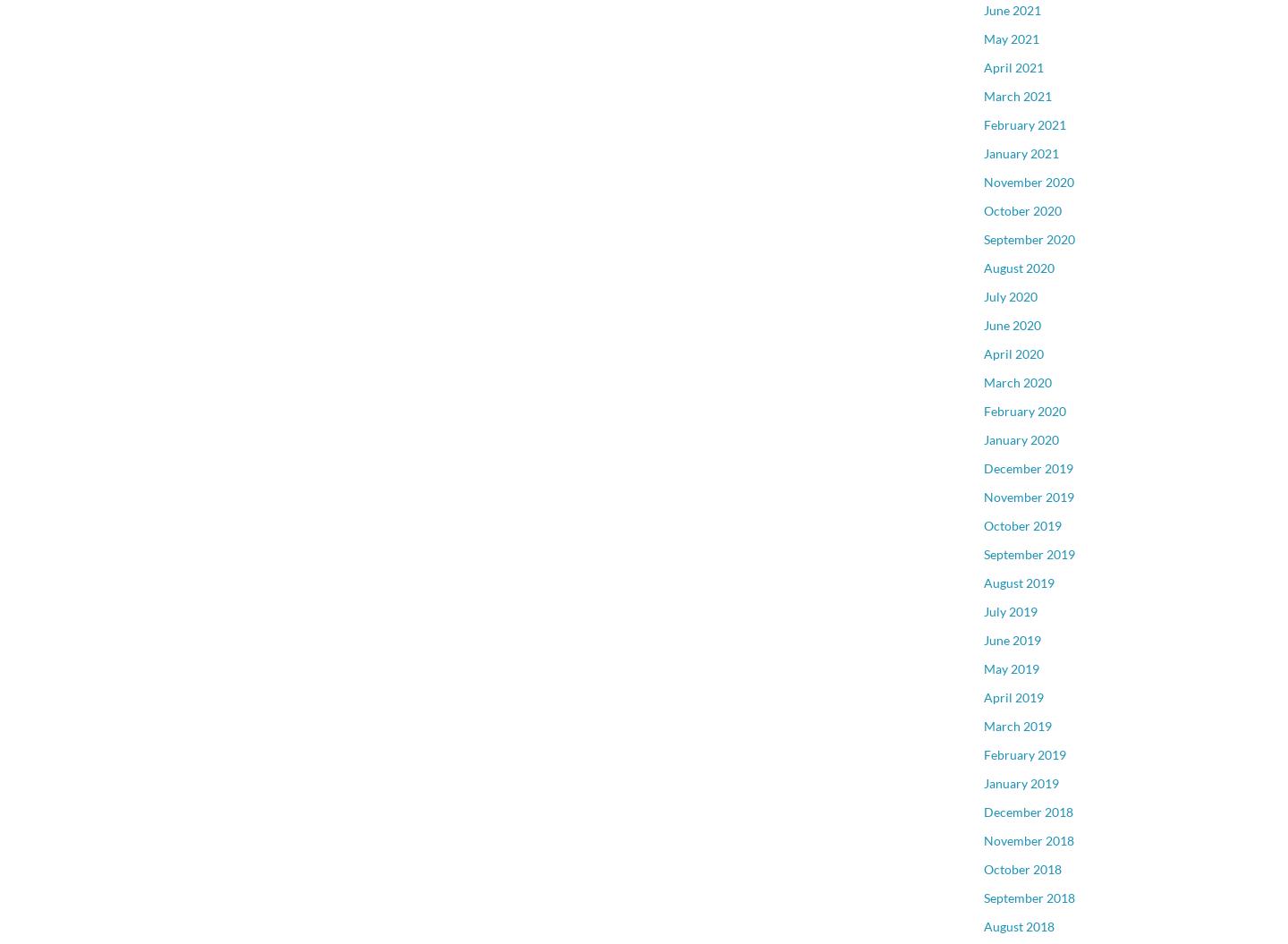 Image resolution: width=1288 pixels, height=944 pixels. Describe the element at coordinates (1087, 491) in the screenshot. I see `'White Rock, South Surrey White Rock'` at that location.